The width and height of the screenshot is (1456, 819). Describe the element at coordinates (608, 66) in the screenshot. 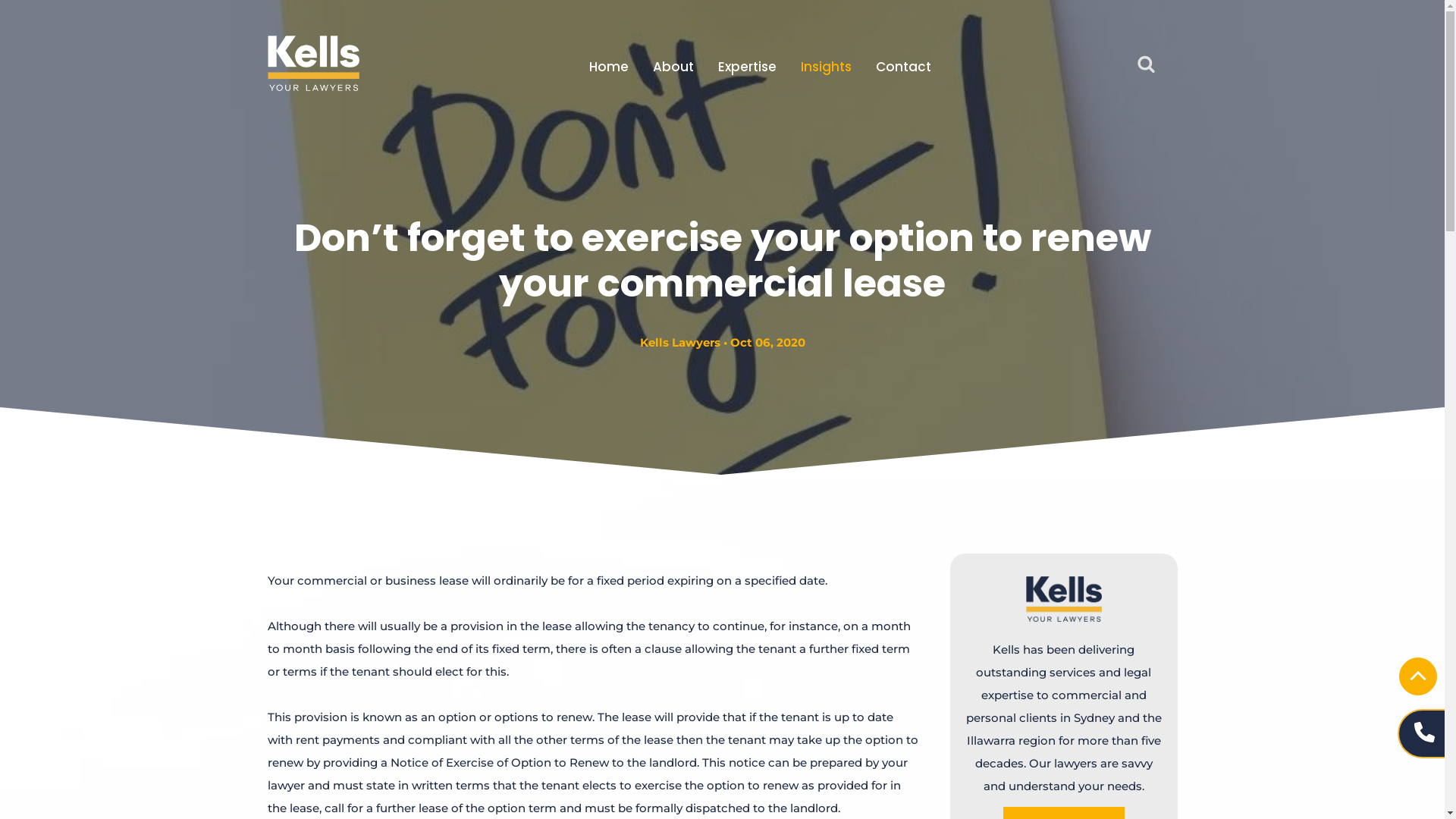

I see `'Home'` at that location.